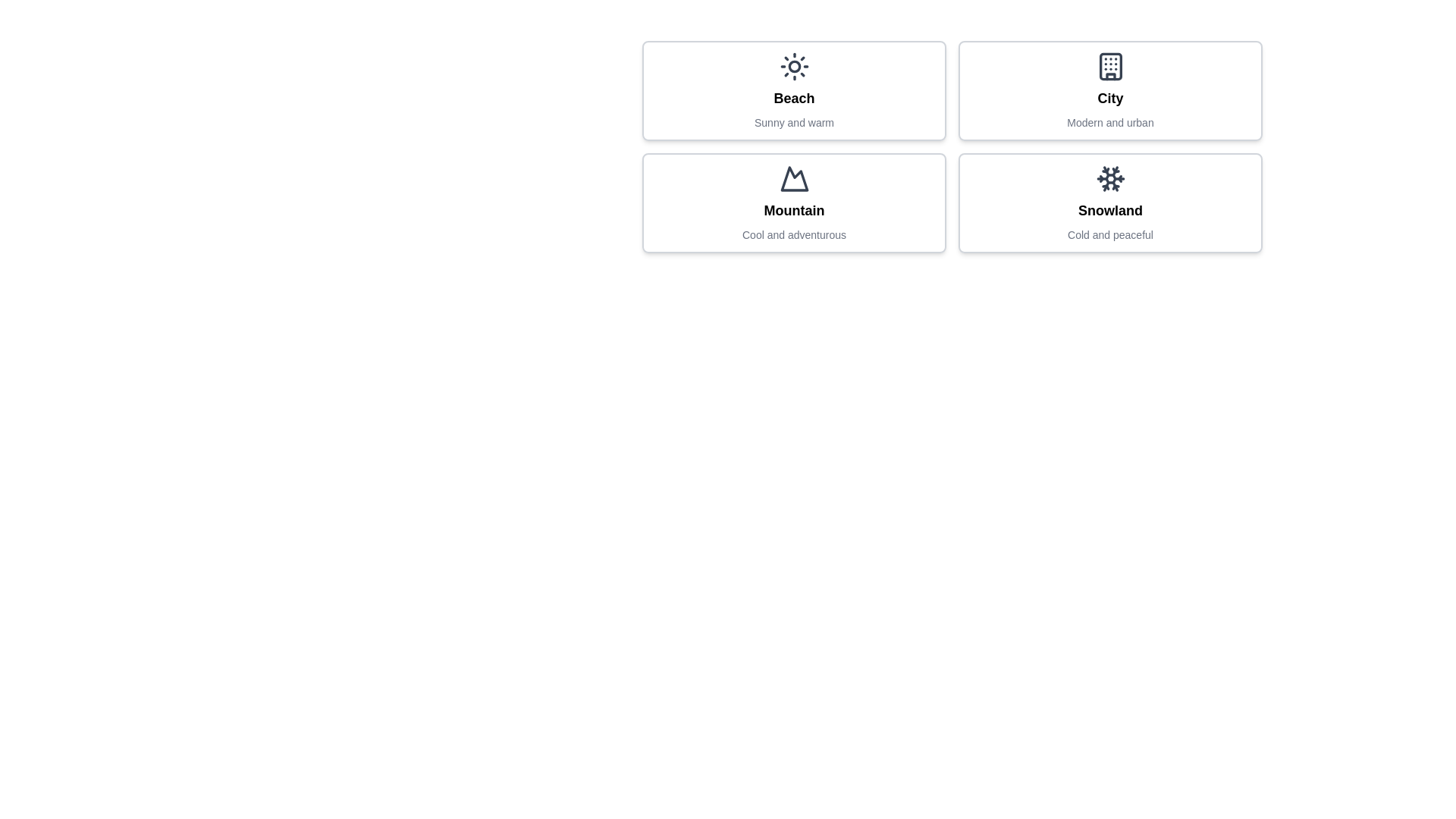  What do you see at coordinates (793, 122) in the screenshot?
I see `the text label displaying 'Sunny and warm' which is located beneath the prominently styled 'Beach' label in the top-left corner of the grid layout` at bounding box center [793, 122].